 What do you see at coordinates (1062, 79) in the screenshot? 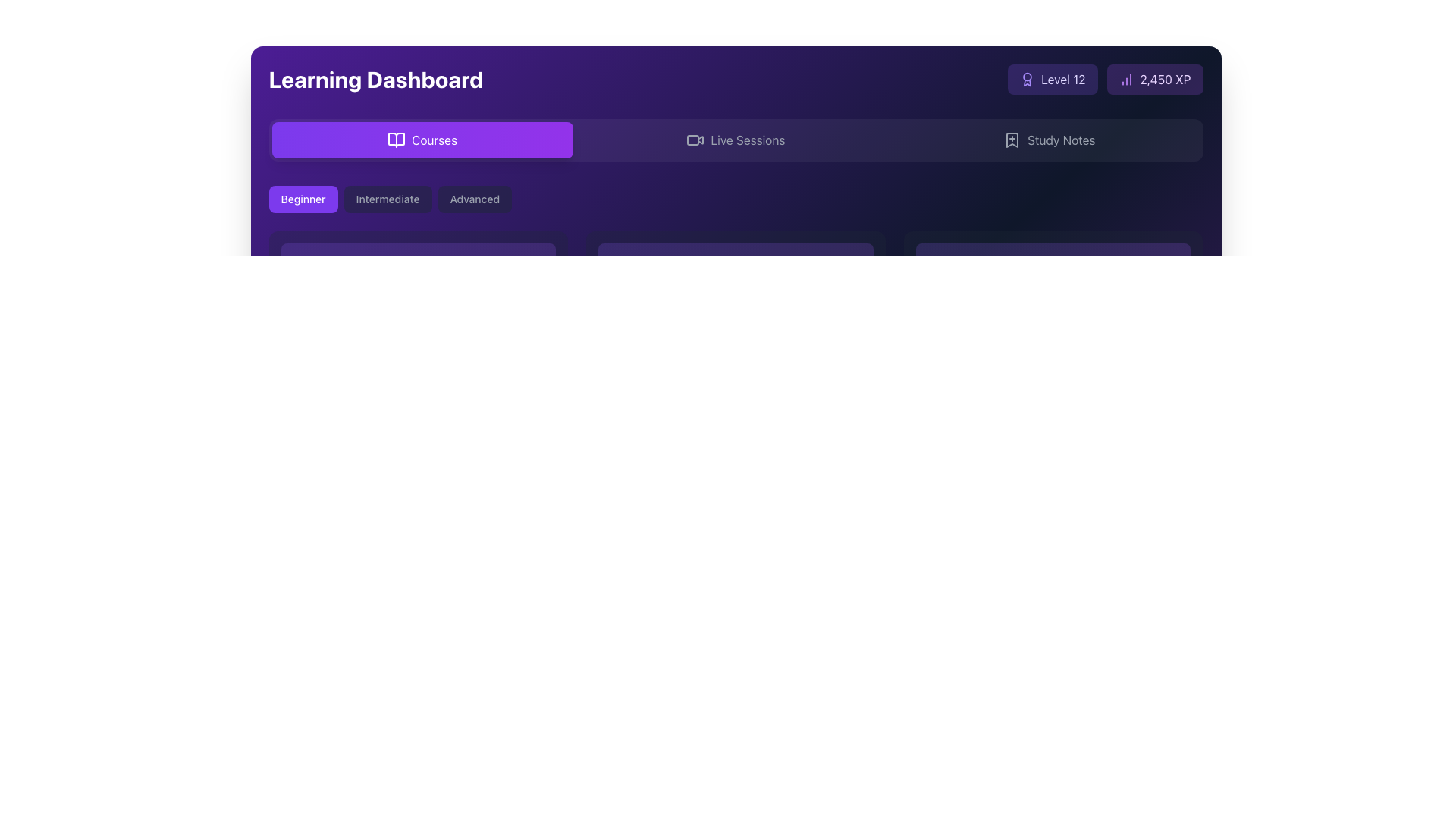
I see `the static text display element showing 'Level 12' in light violet color, located in the top-right section of the interface` at bounding box center [1062, 79].